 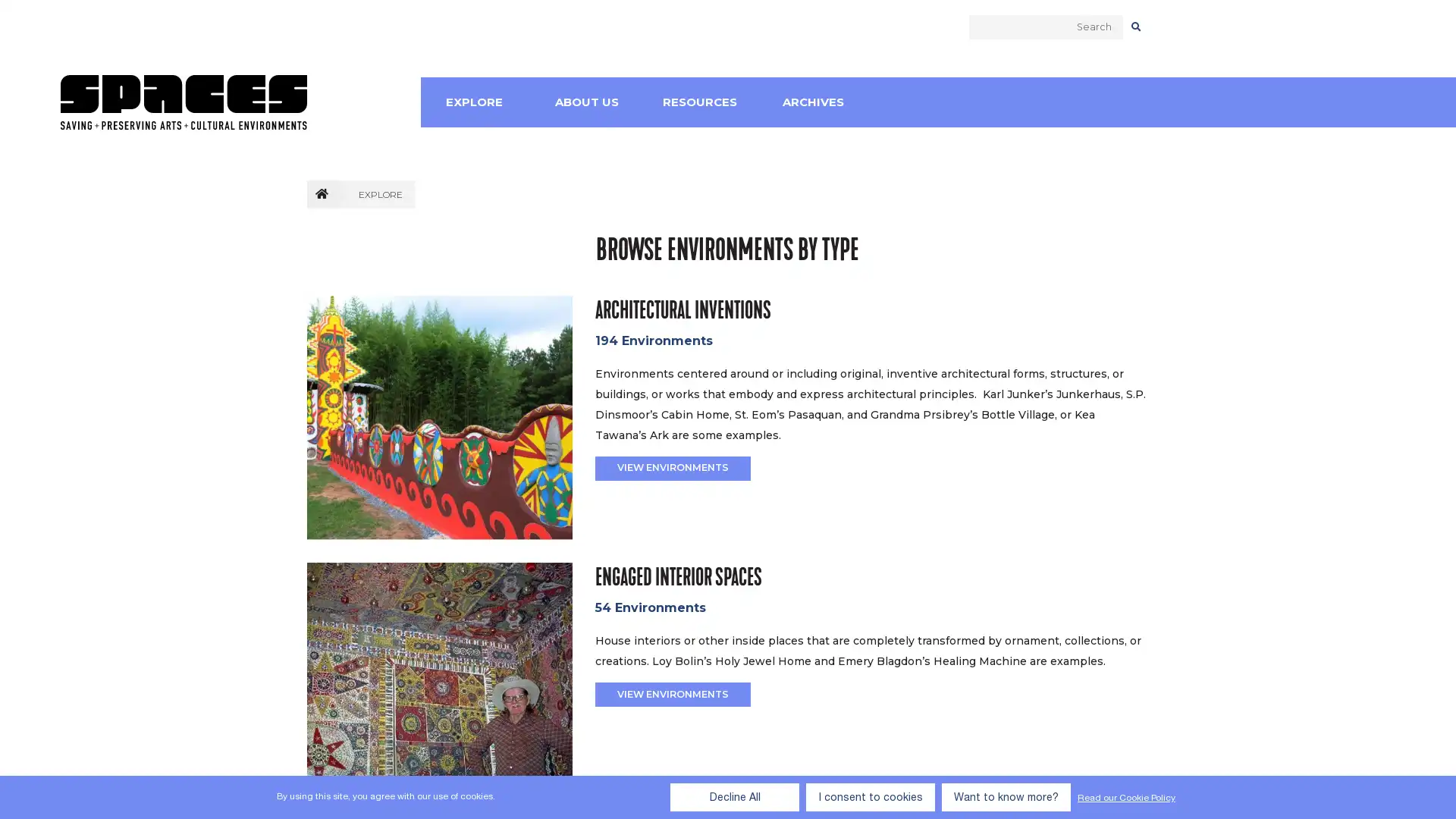 What do you see at coordinates (870, 796) in the screenshot?
I see `I consent to cookies` at bounding box center [870, 796].